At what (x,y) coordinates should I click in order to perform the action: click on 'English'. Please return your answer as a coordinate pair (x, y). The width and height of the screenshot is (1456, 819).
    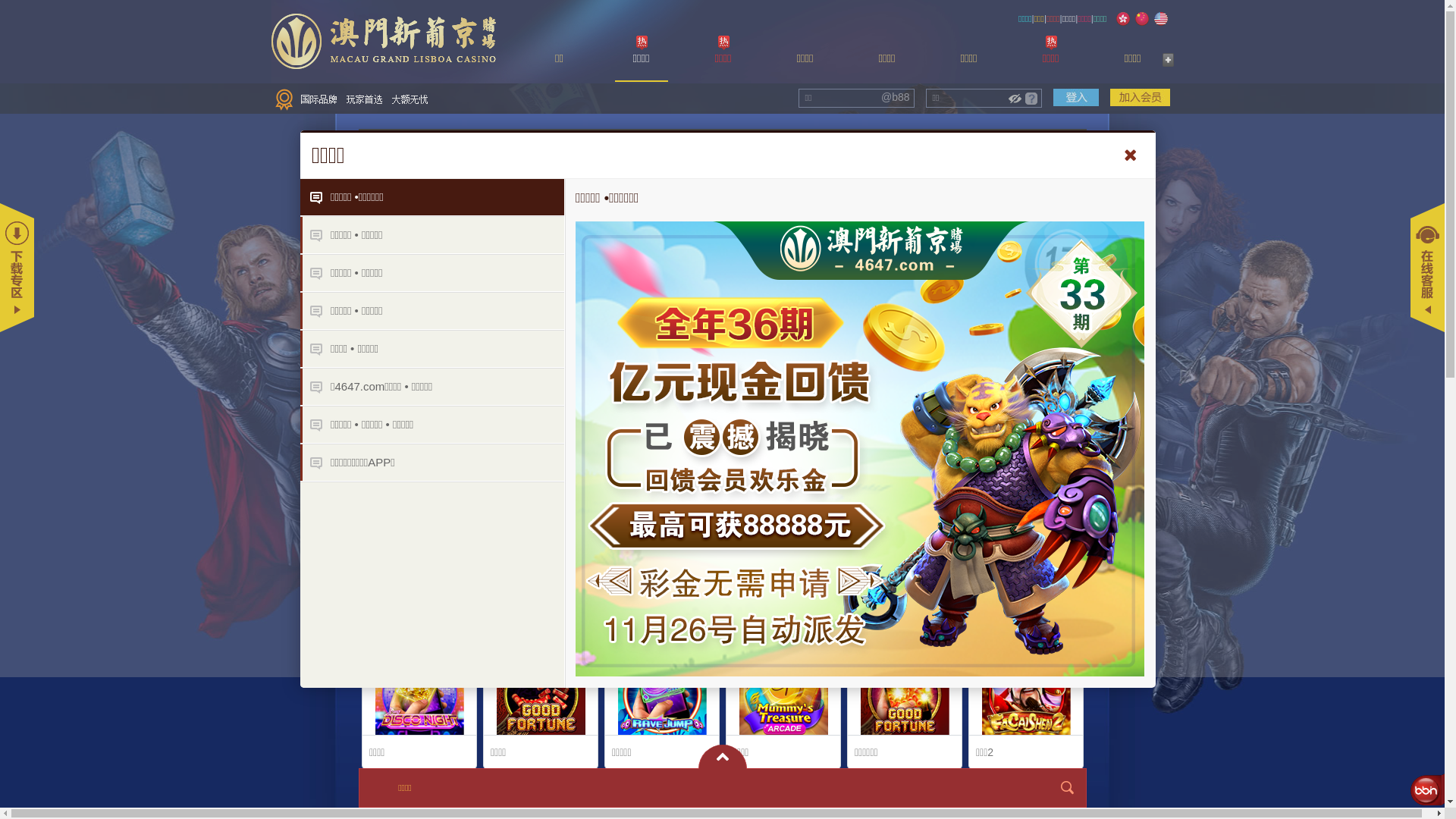
    Looking at the image, I should click on (1160, 18).